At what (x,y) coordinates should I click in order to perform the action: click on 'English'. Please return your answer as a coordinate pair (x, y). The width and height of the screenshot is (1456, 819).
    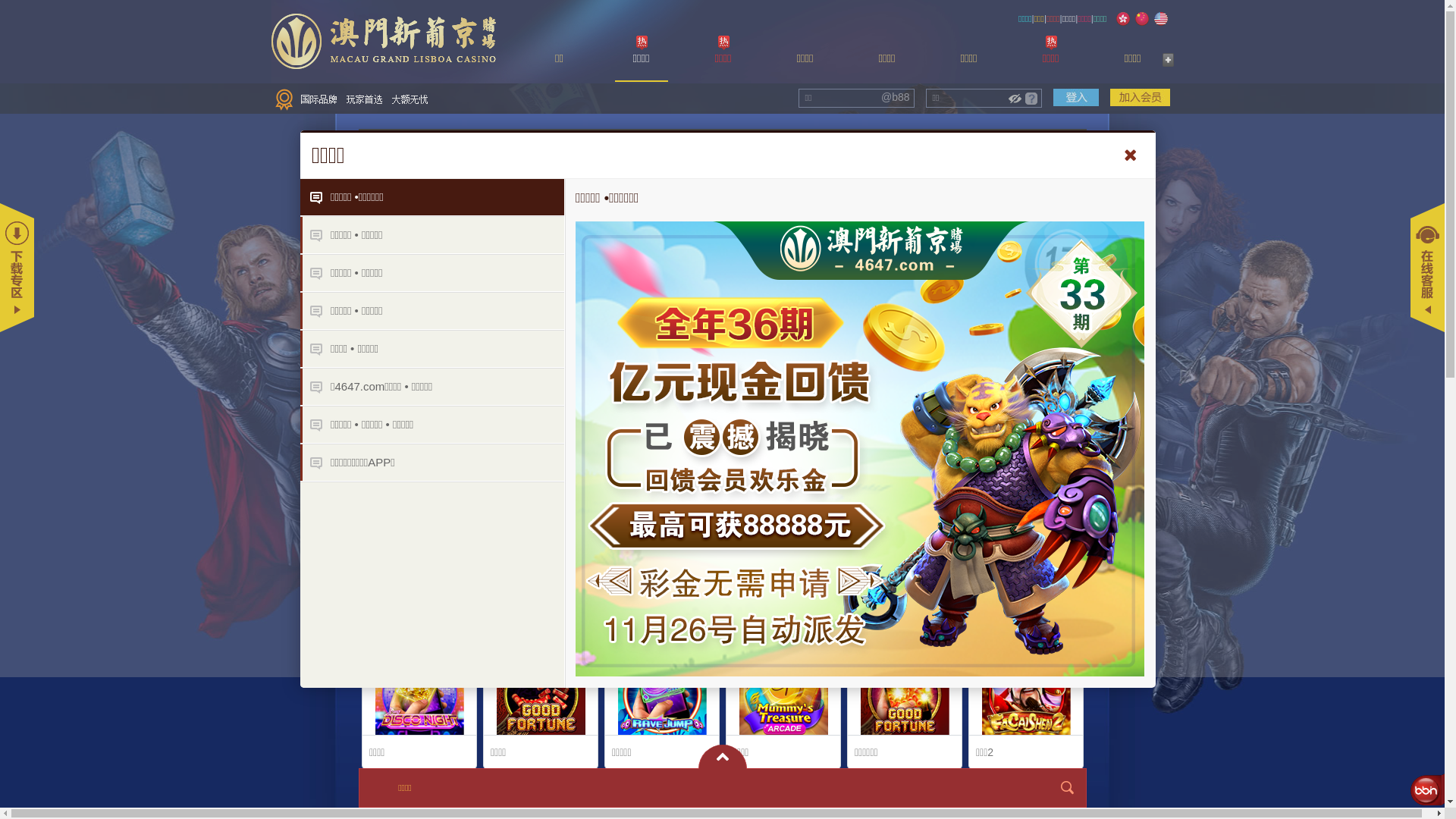
    Looking at the image, I should click on (1160, 18).